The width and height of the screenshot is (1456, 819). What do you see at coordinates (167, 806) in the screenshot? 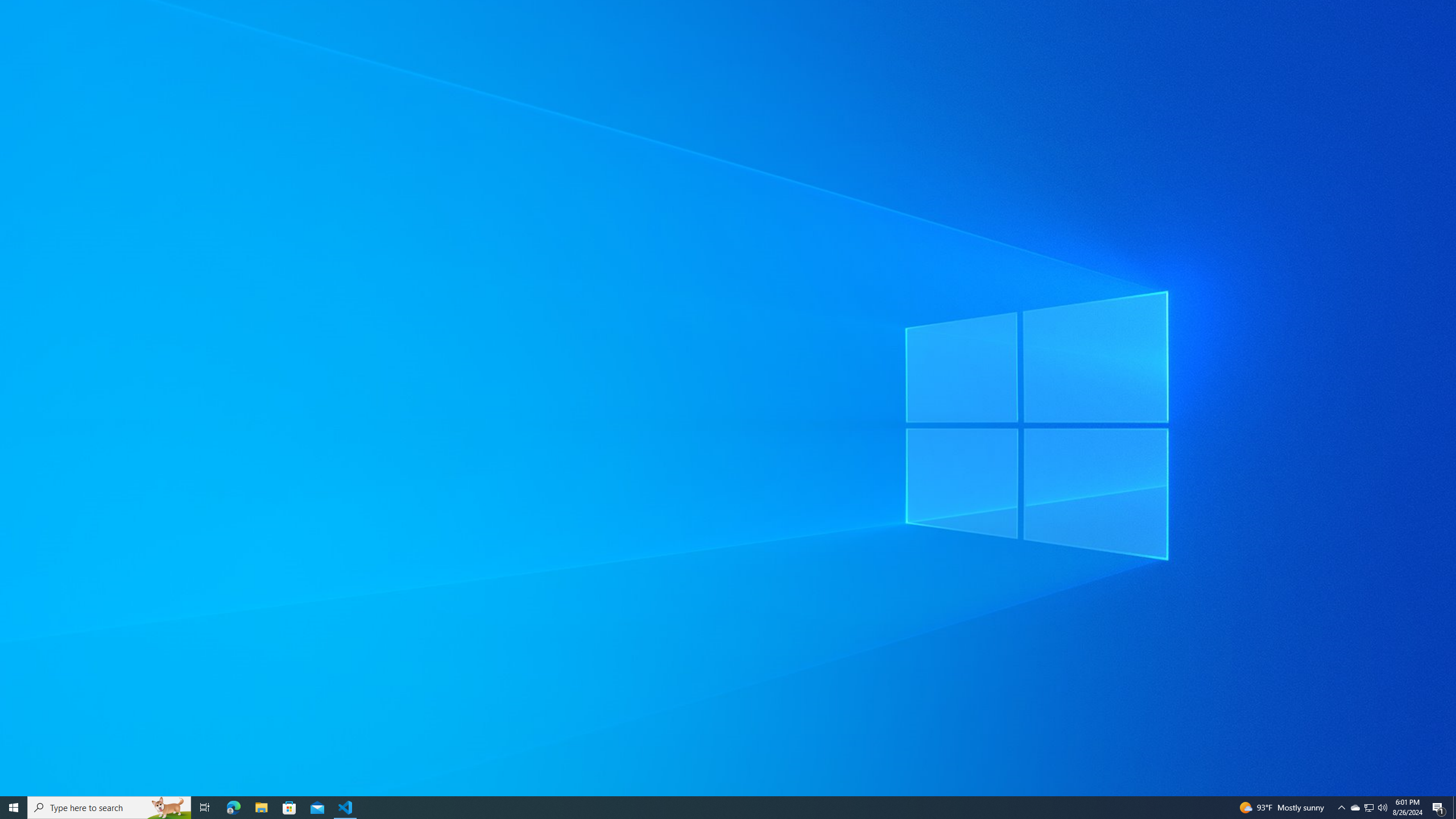
I see `'Search highlights icon opens search home window'` at bounding box center [167, 806].